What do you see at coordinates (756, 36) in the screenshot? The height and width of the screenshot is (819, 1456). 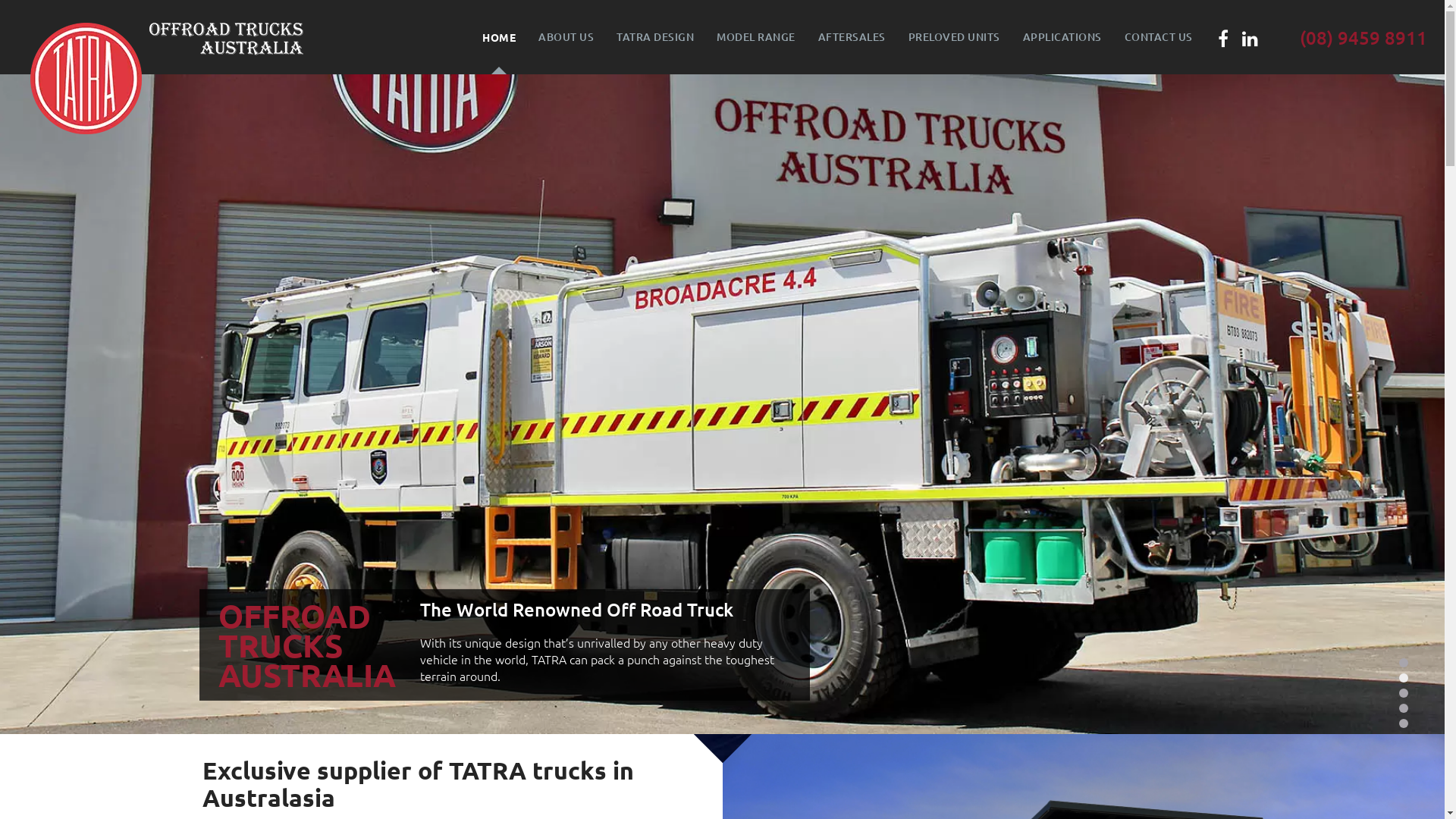 I see `'MODEL RANGE'` at bounding box center [756, 36].